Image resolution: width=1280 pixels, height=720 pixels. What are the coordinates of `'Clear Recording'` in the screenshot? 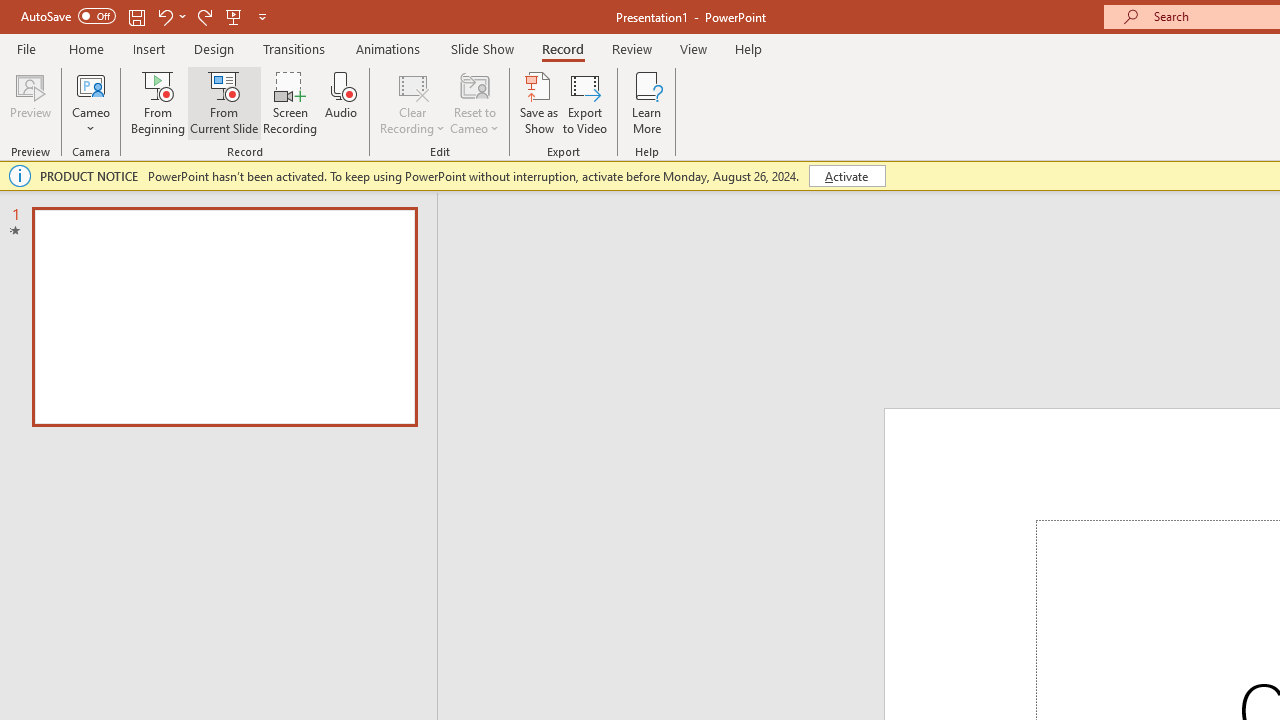 It's located at (411, 103).